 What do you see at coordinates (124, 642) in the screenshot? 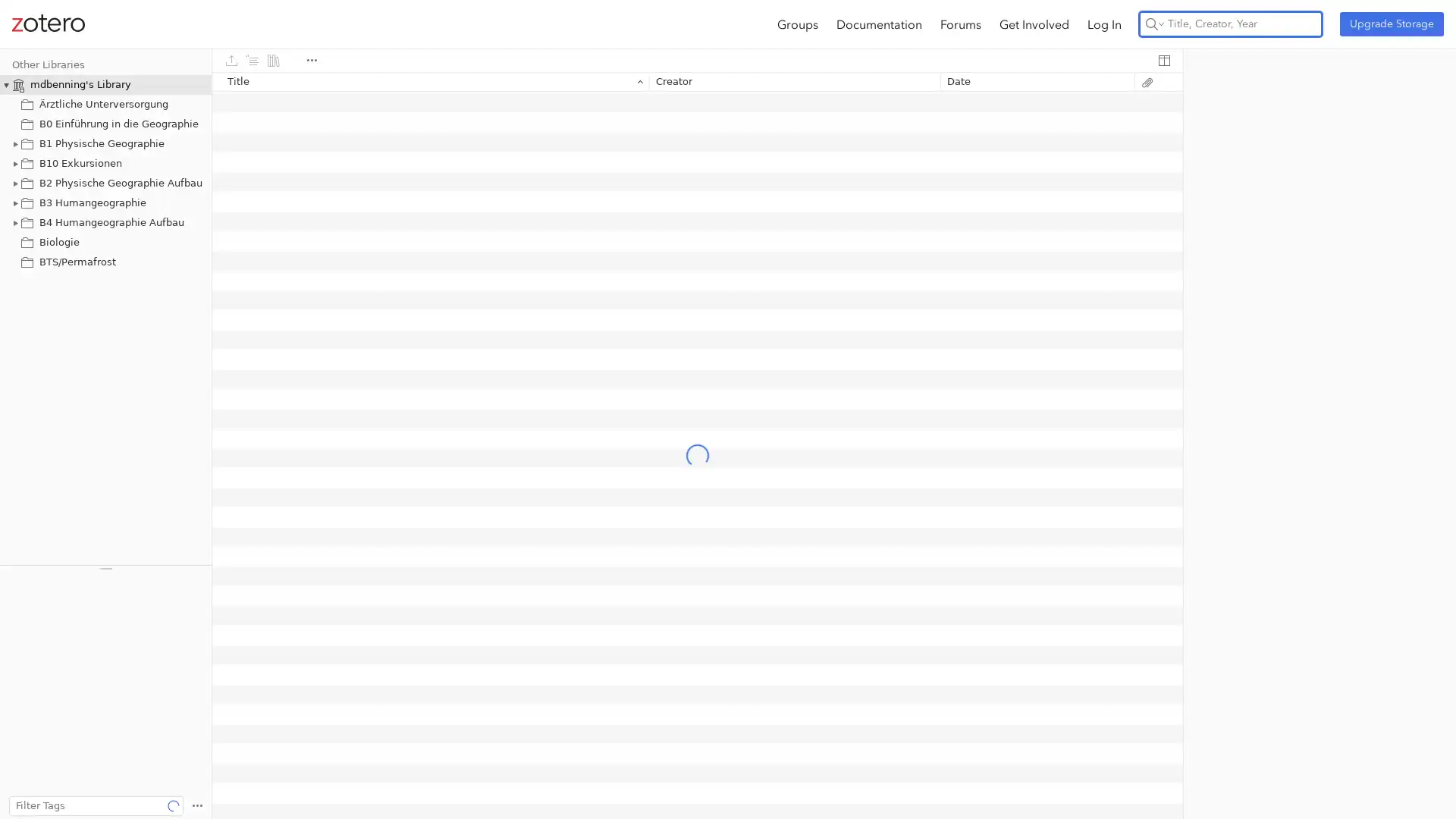
I see `Central place theory` at bounding box center [124, 642].